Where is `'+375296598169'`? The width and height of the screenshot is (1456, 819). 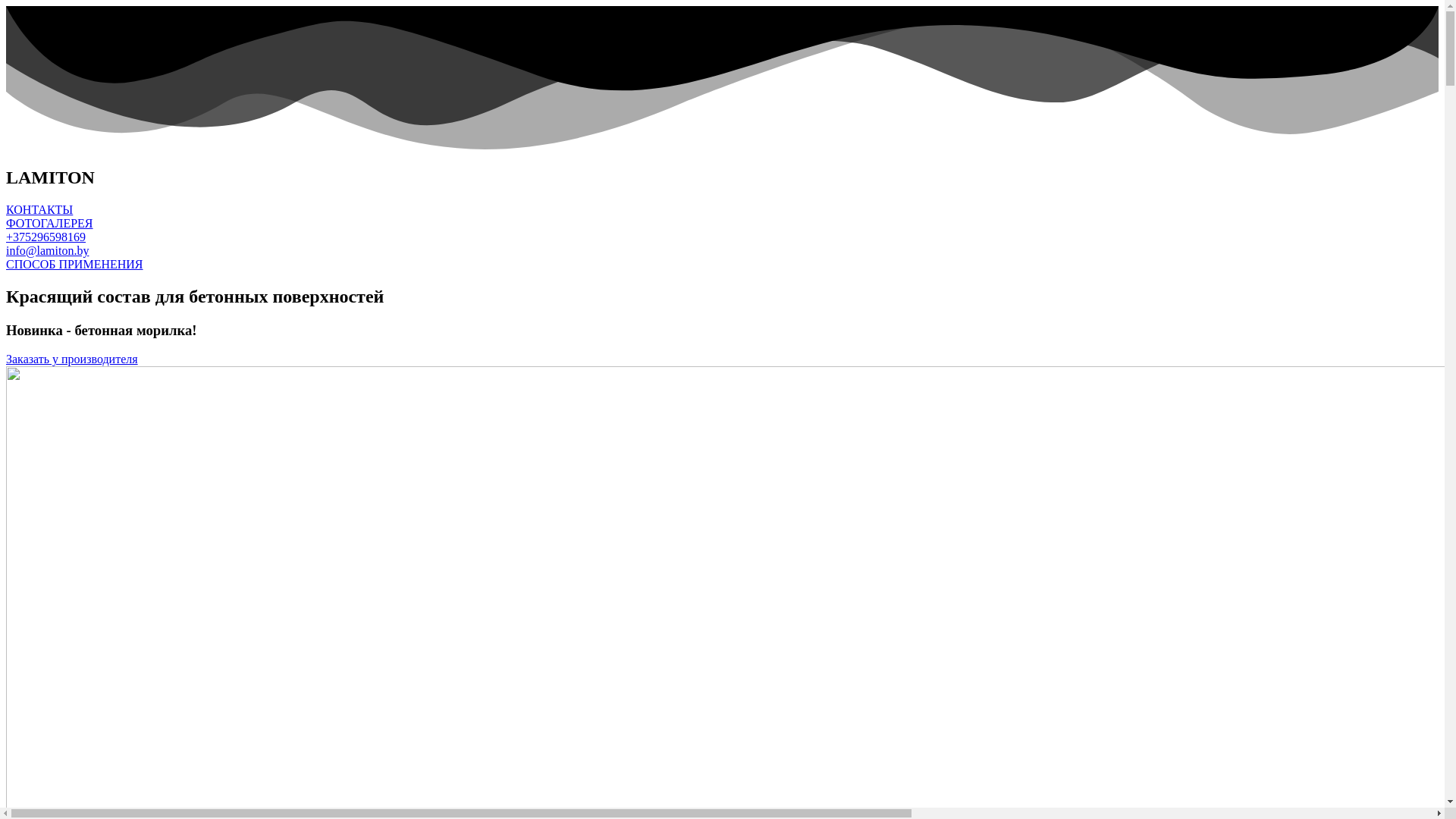
'+375296598169' is located at coordinates (45, 237).